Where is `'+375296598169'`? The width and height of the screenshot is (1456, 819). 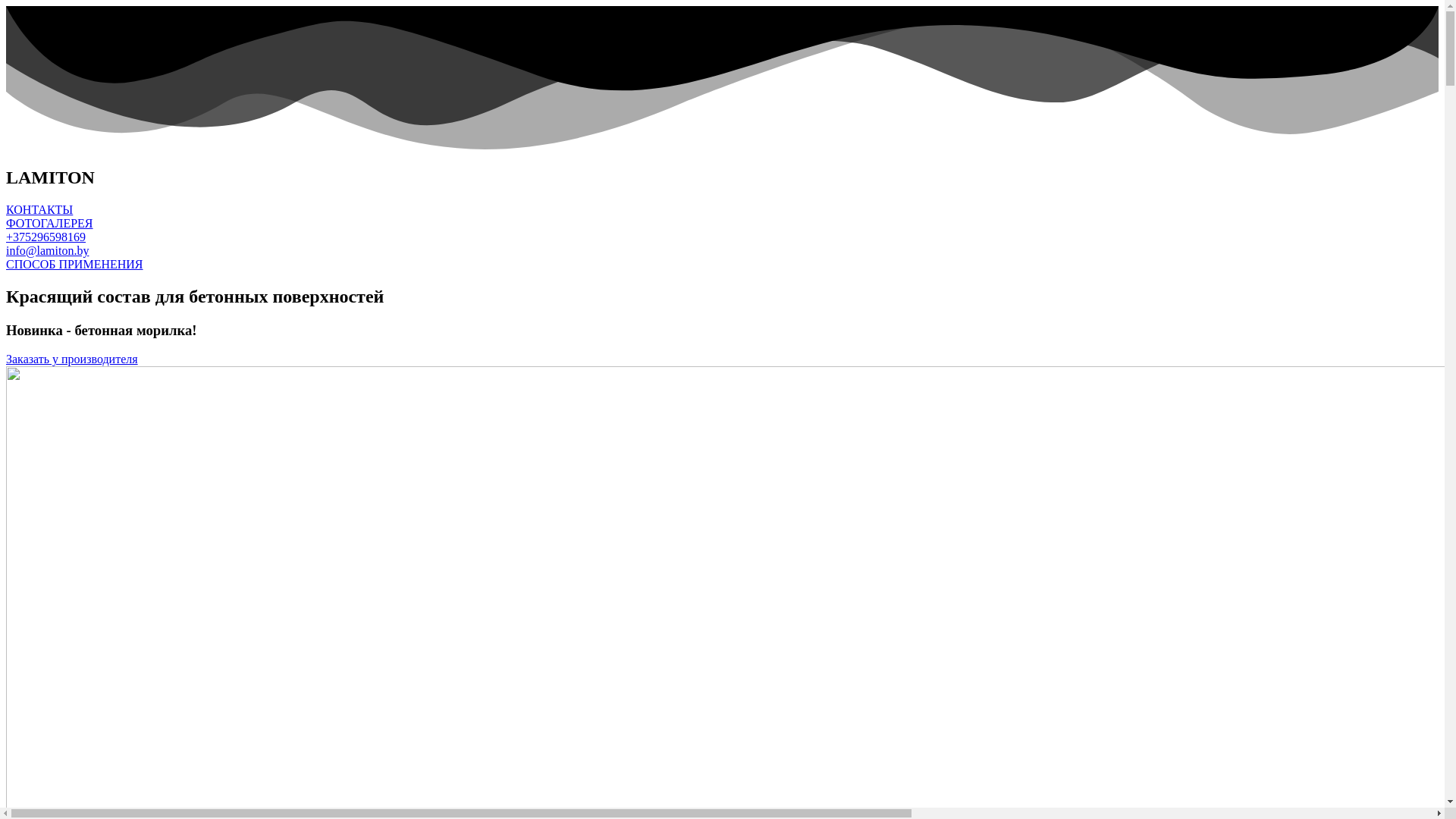
'+375296598169' is located at coordinates (45, 237).